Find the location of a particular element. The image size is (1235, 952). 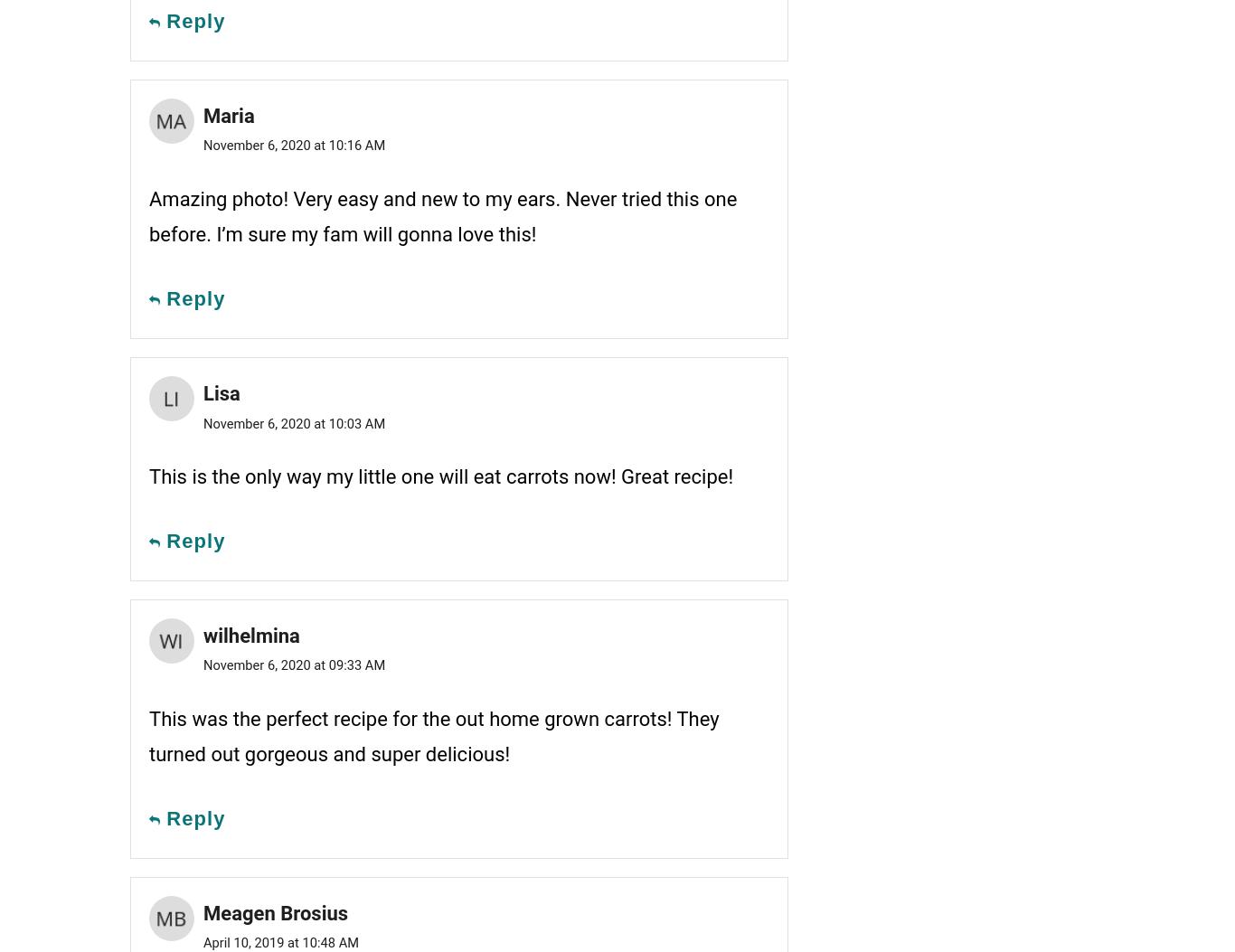

'Maria' is located at coordinates (228, 115).